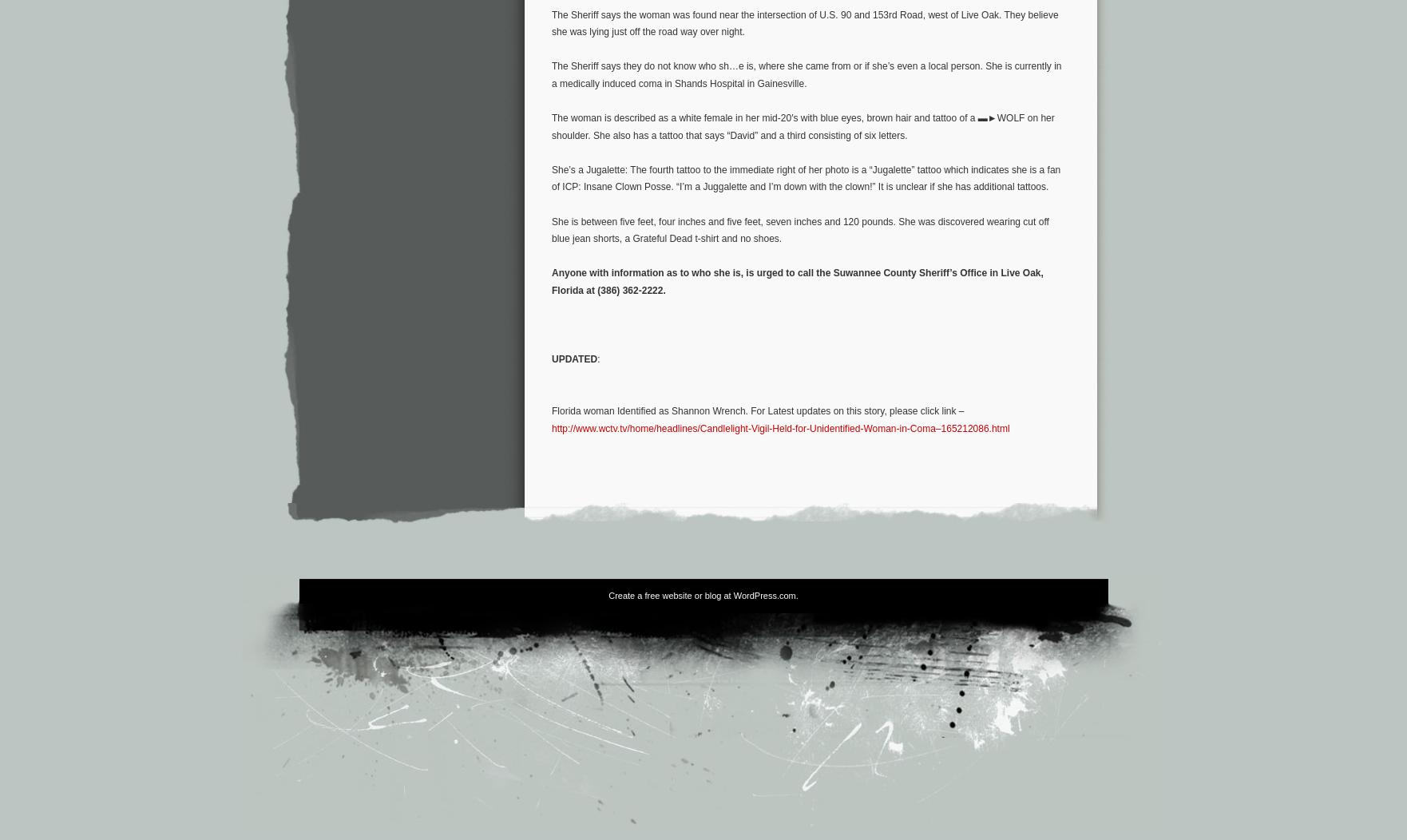  Describe the element at coordinates (800, 230) in the screenshot. I see `'She is between five feet, four inches and five feet, seven inches and 120 pounds. She was discovered wearing cut off blue jean shorts, a Grateful Dead t-shirt and no shoes.'` at that location.